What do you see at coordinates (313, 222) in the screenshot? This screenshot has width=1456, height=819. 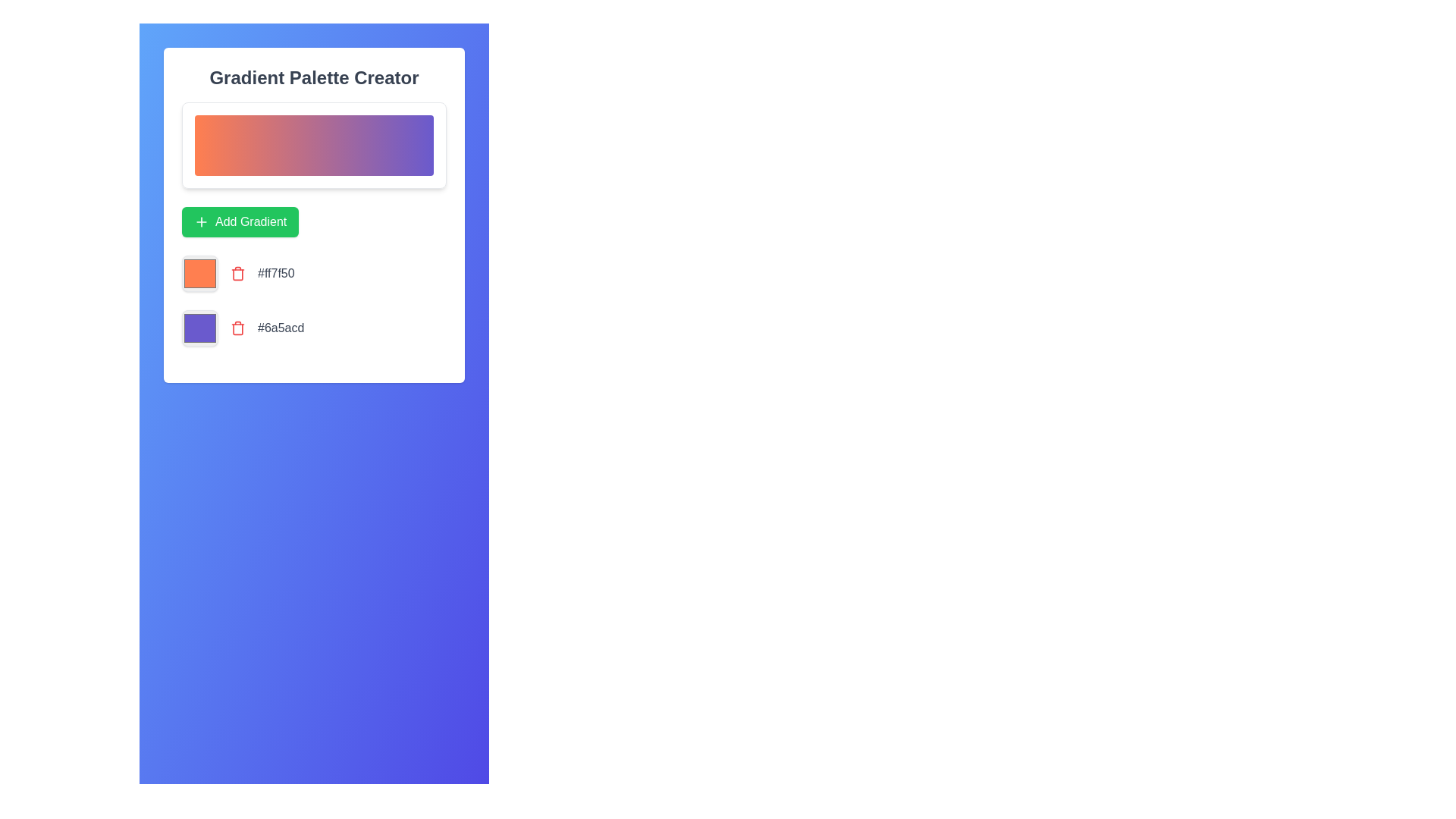 I see `the button that adds a new gradient to the gradient palette, located below the gradient preview box and above the color palette items` at bounding box center [313, 222].